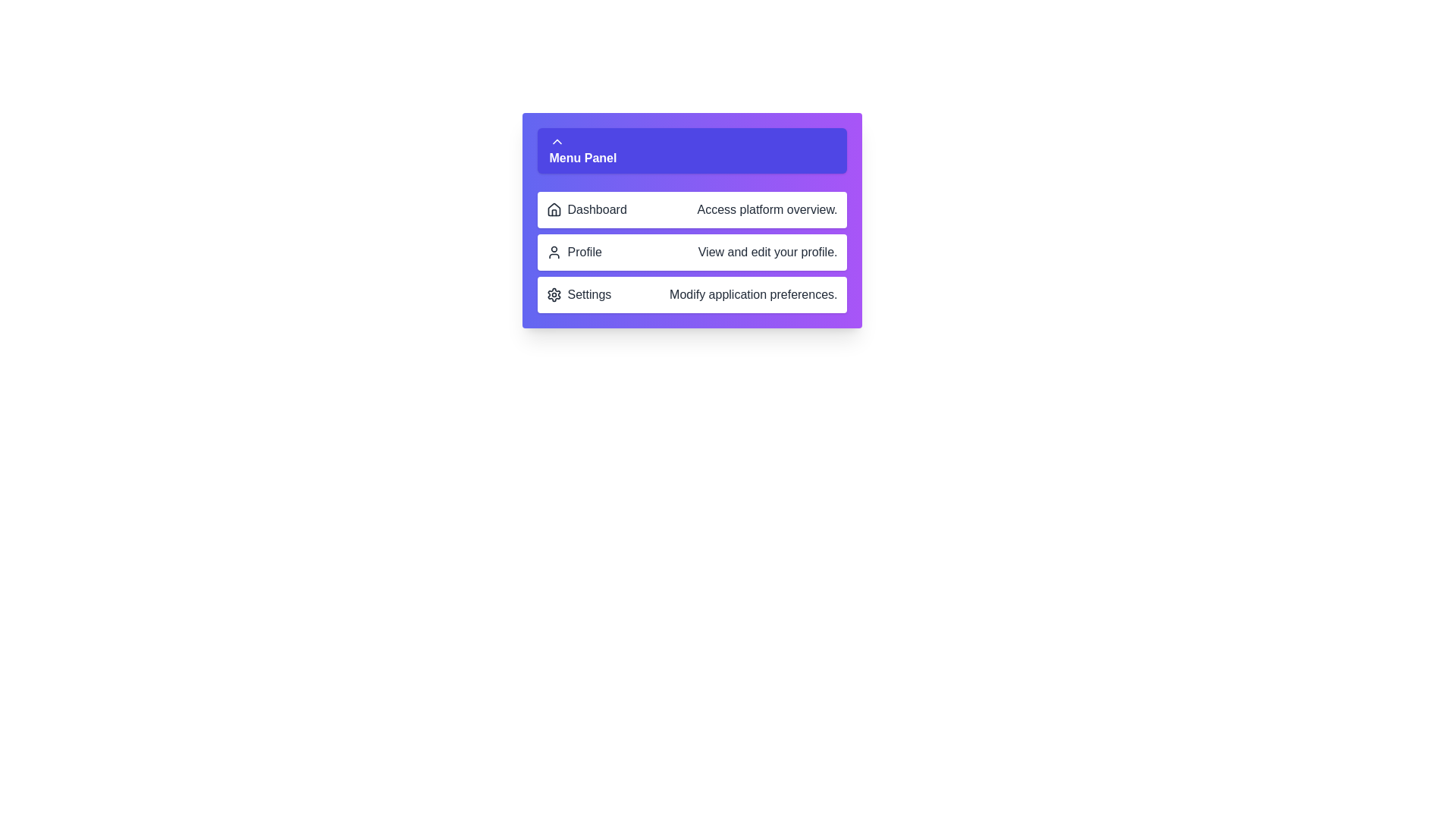  What do you see at coordinates (691, 210) in the screenshot?
I see `the menu item corresponding to Dashboard` at bounding box center [691, 210].